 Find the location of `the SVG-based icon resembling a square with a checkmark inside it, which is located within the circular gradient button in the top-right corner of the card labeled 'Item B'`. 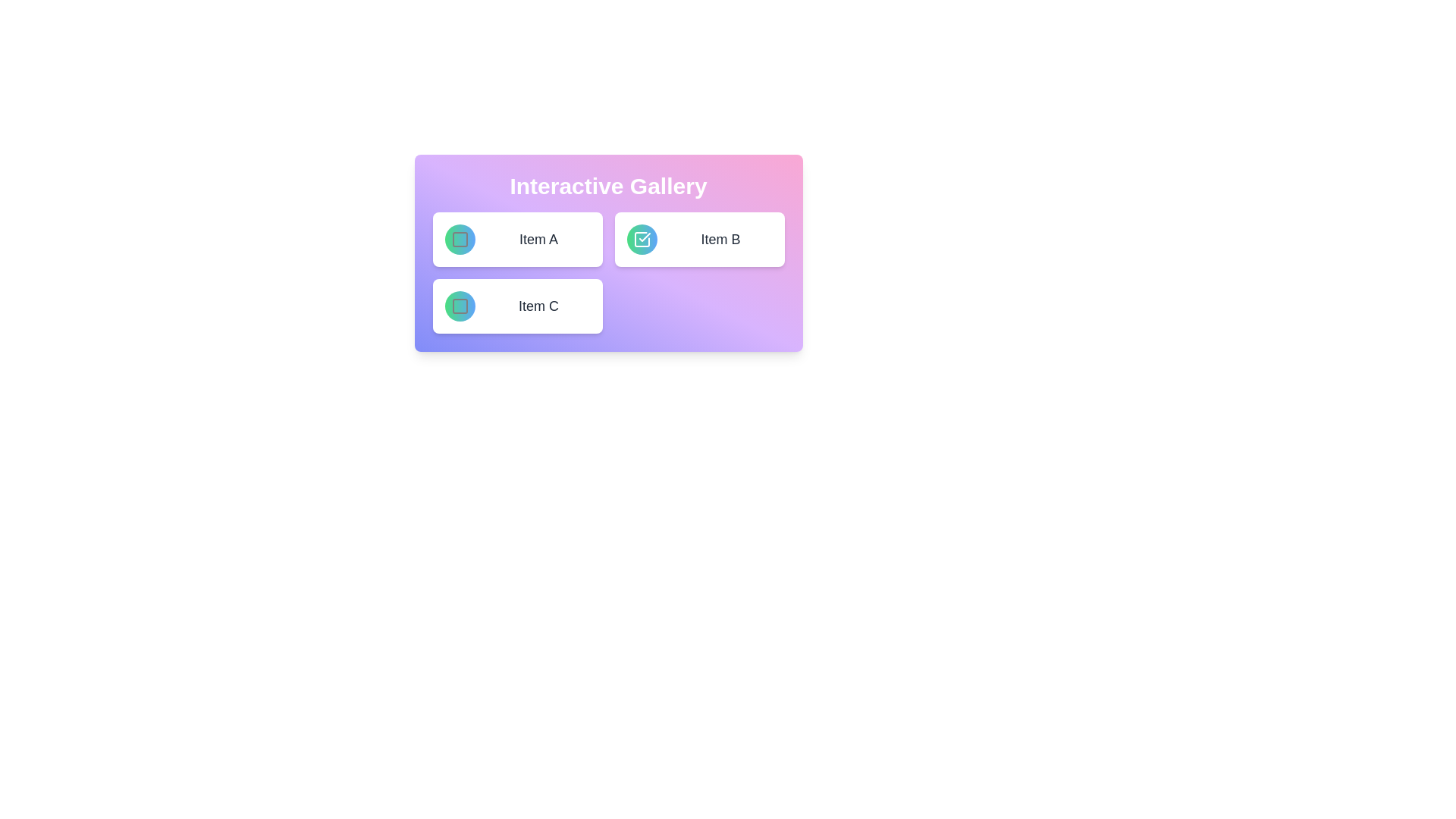

the SVG-based icon resembling a square with a checkmark inside it, which is located within the circular gradient button in the top-right corner of the card labeled 'Item B' is located at coordinates (642, 239).